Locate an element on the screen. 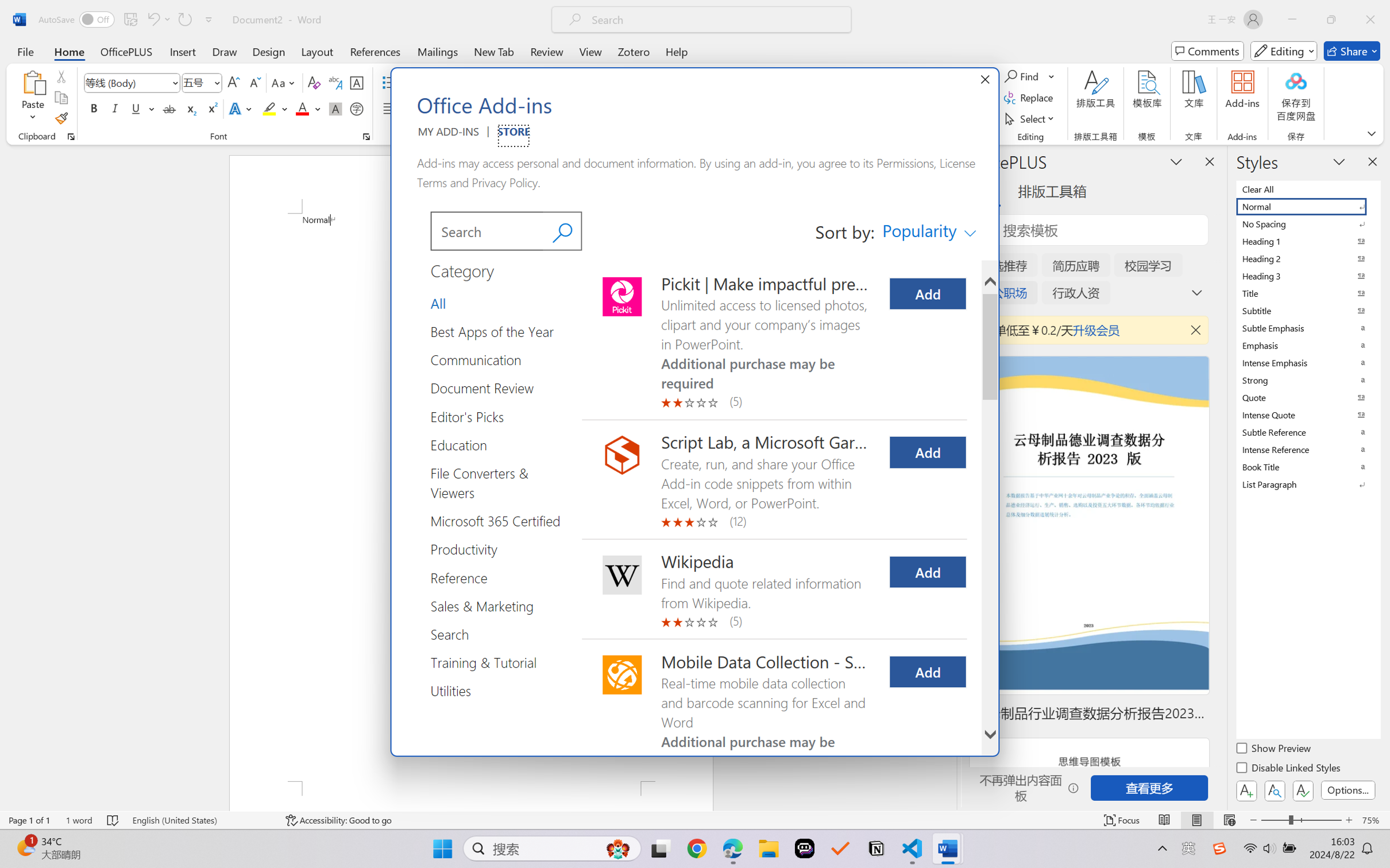 The height and width of the screenshot is (868, 1390). 'Google Chrome' is located at coordinates (697, 848).